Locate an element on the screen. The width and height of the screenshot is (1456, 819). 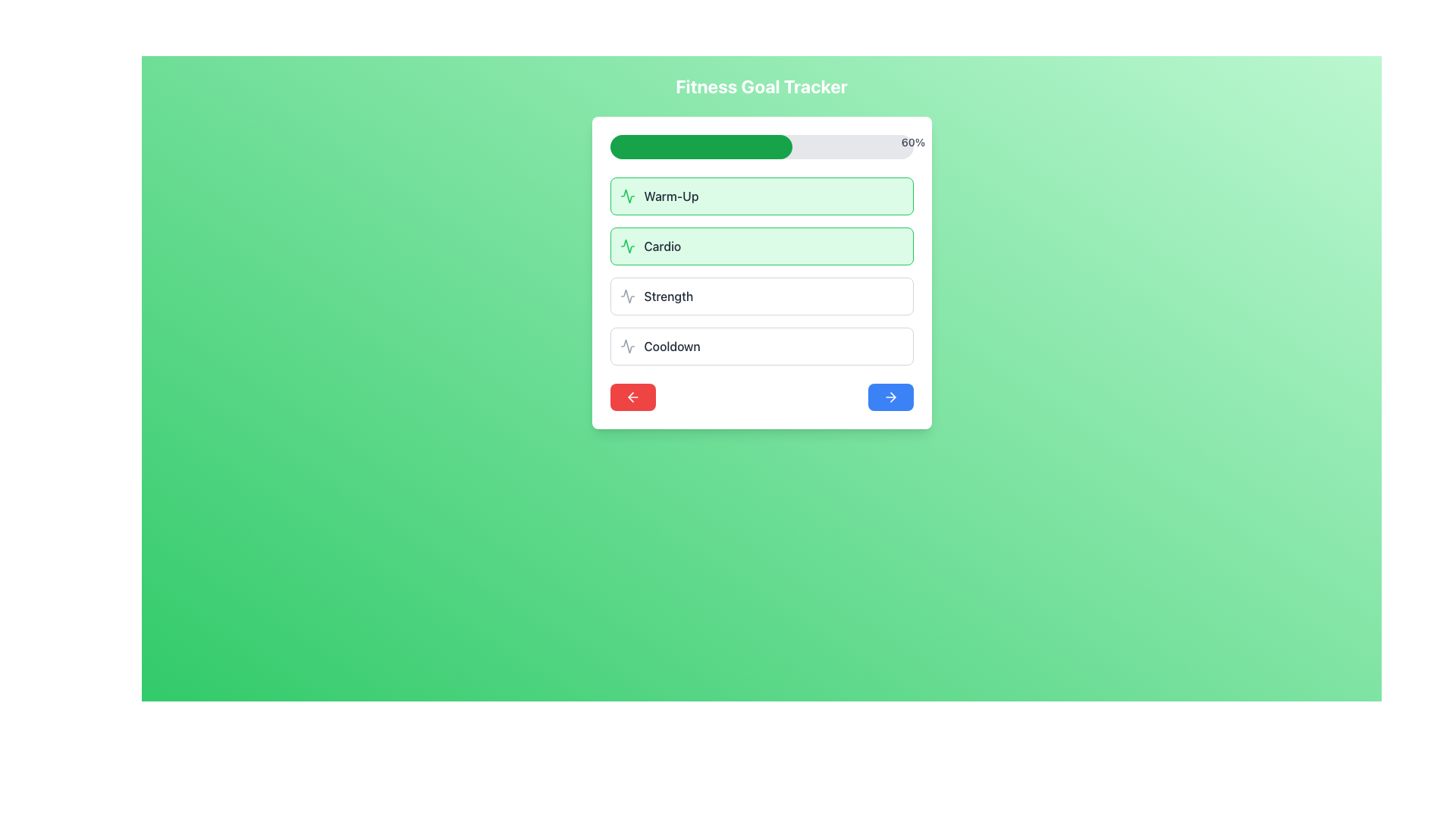
the outlined arrow icon on the blue button located at the bottom-right of the interface card is located at coordinates (890, 397).